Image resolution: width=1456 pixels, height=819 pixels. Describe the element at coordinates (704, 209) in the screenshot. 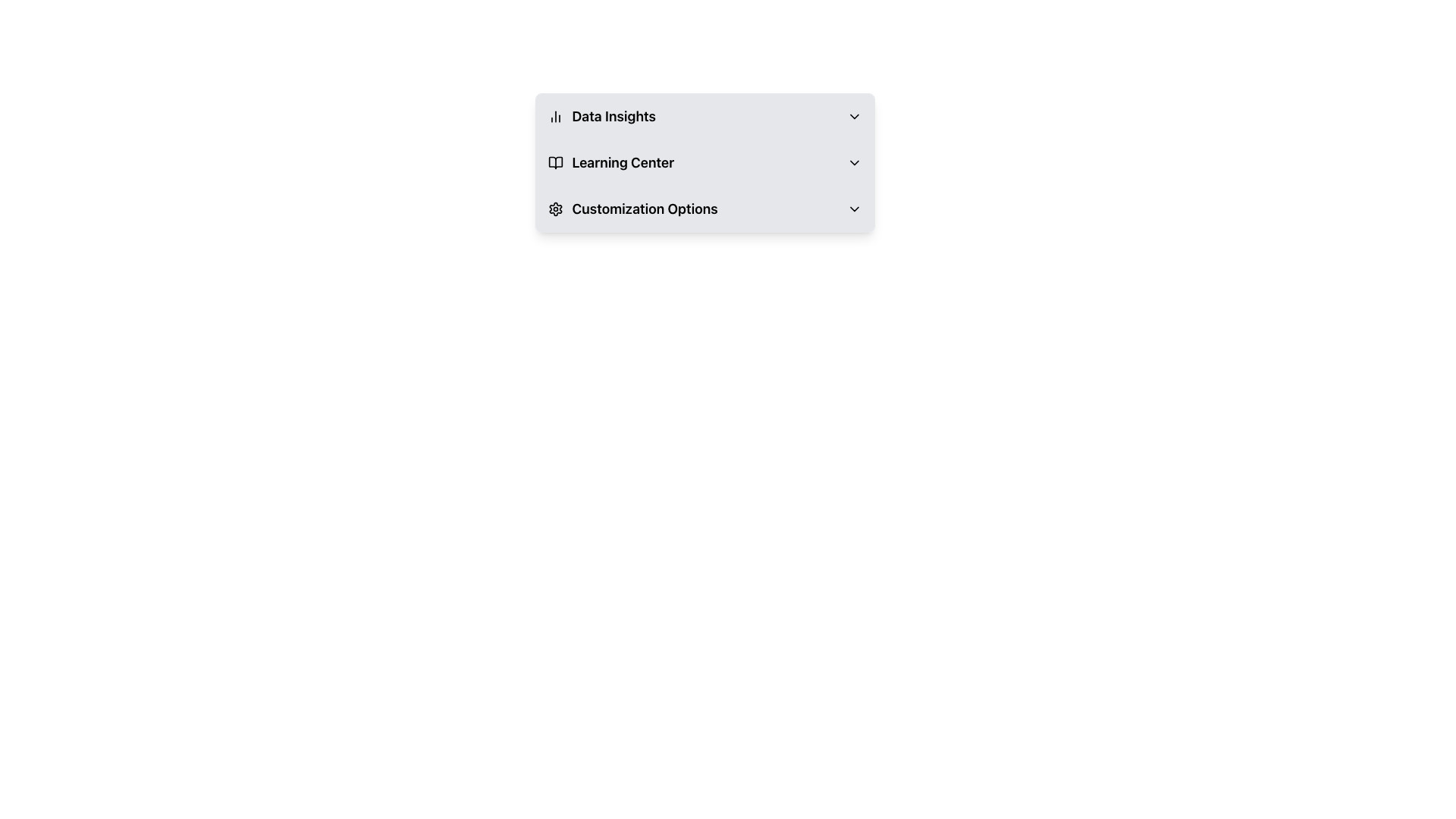

I see `the third selectable row with icons and text that provides access to 'Customization Options' for quick navigation` at that location.